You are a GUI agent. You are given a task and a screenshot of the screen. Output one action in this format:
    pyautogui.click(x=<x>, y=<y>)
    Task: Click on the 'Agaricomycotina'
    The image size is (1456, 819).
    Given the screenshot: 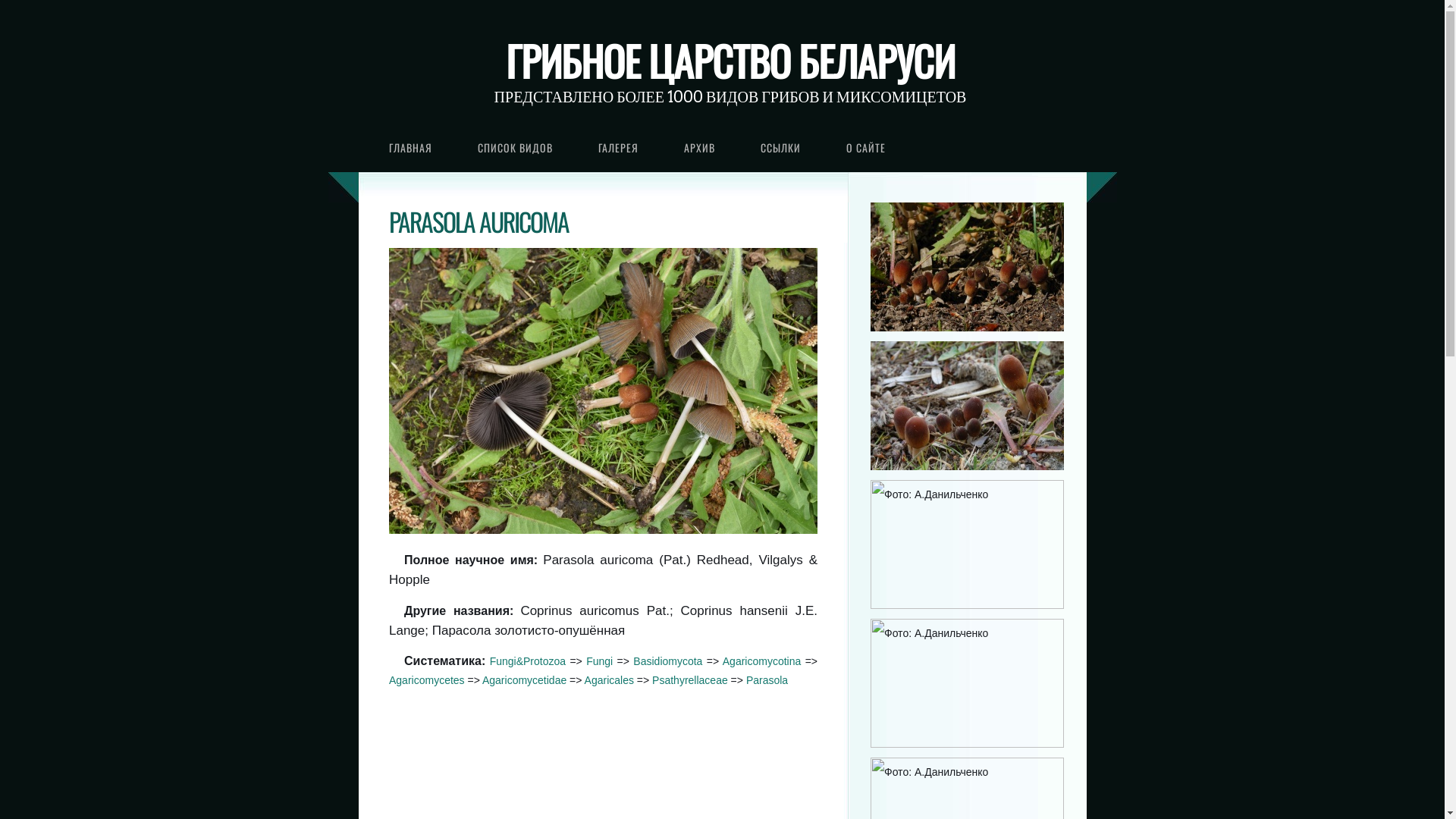 What is the action you would take?
    pyautogui.click(x=761, y=660)
    